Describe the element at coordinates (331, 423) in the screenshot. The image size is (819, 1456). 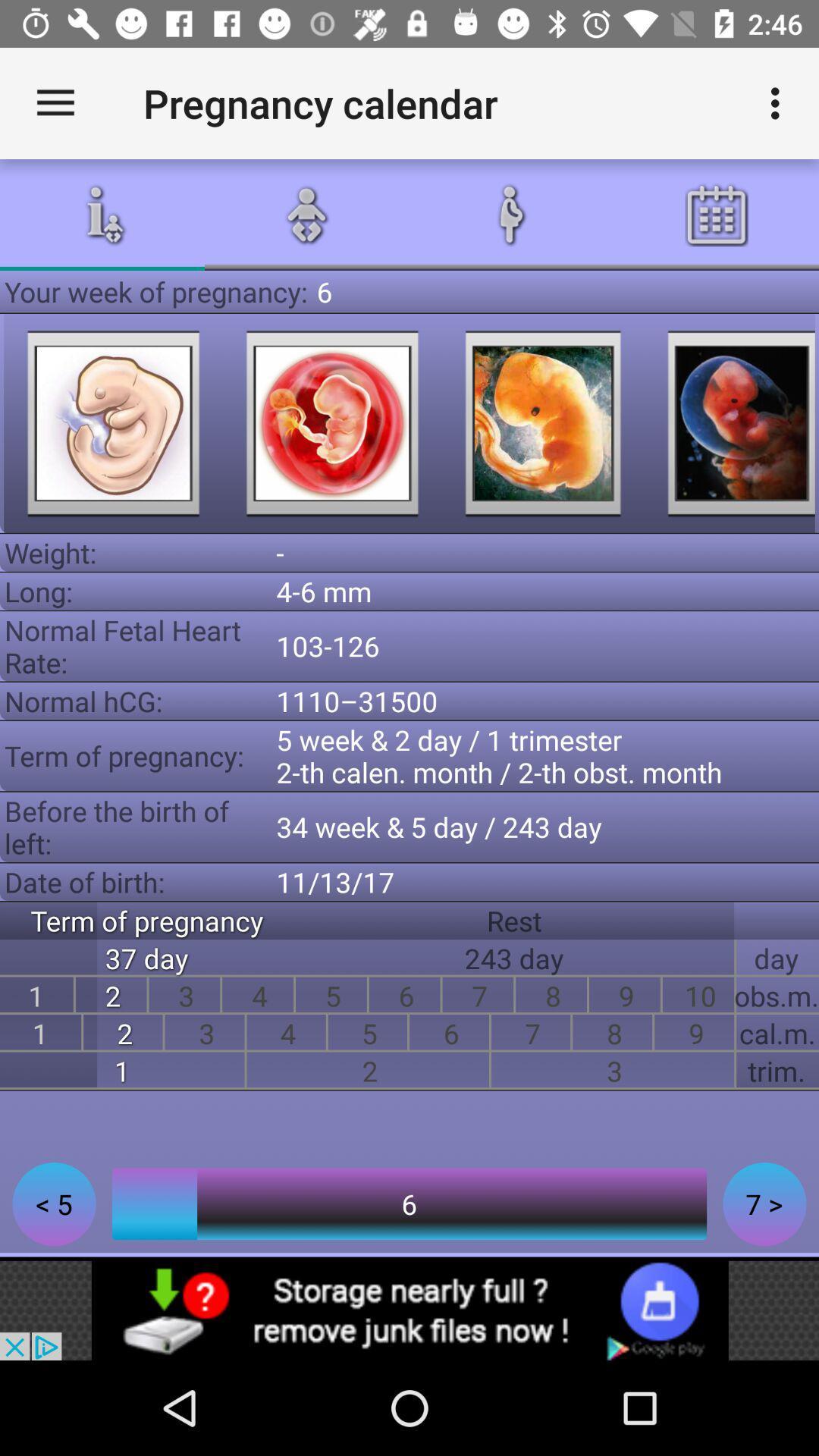
I see `fetus scan image` at that location.